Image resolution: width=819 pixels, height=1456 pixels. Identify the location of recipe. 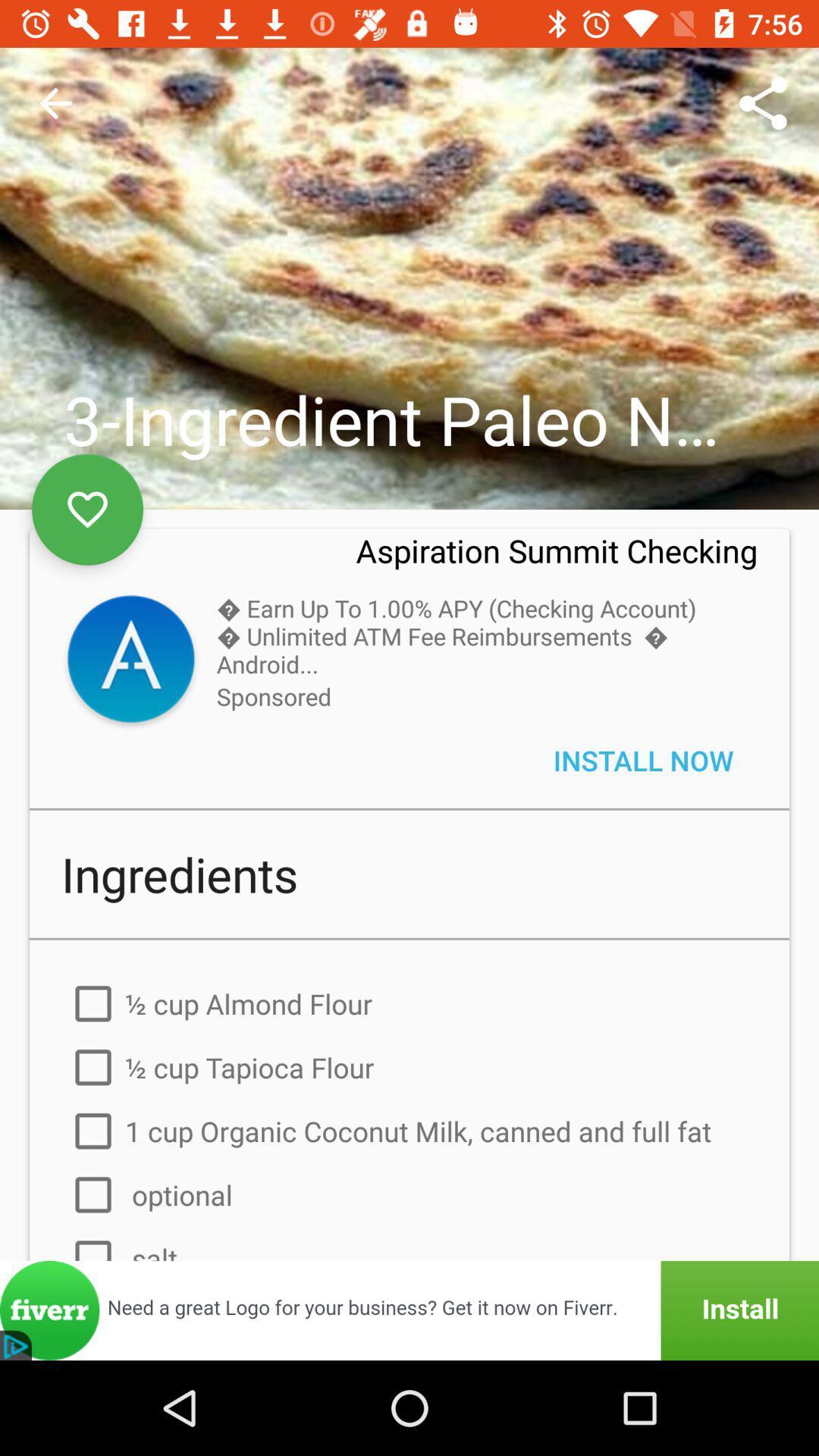
(87, 510).